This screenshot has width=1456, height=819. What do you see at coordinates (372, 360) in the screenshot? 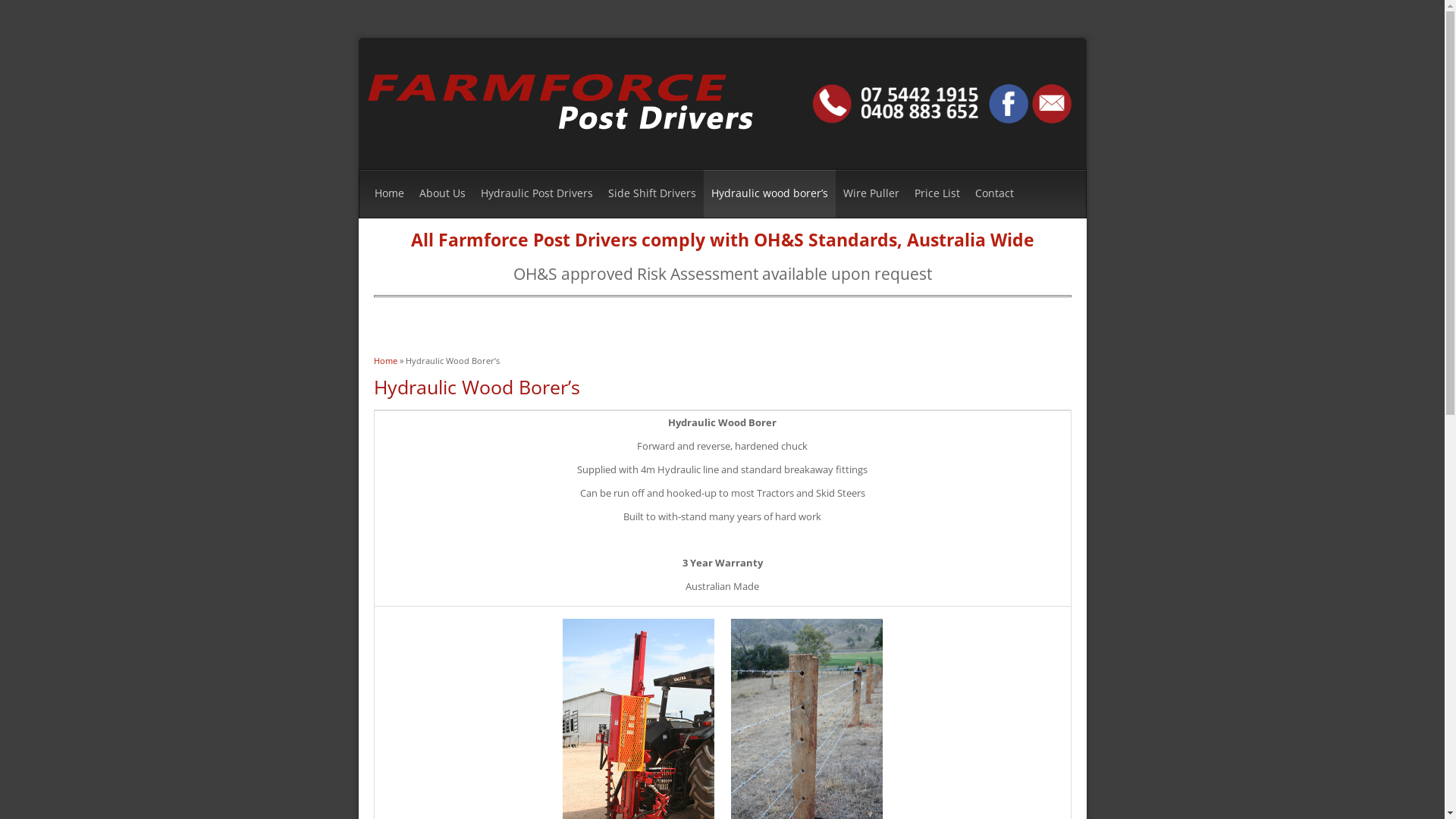
I see `'Home'` at bounding box center [372, 360].